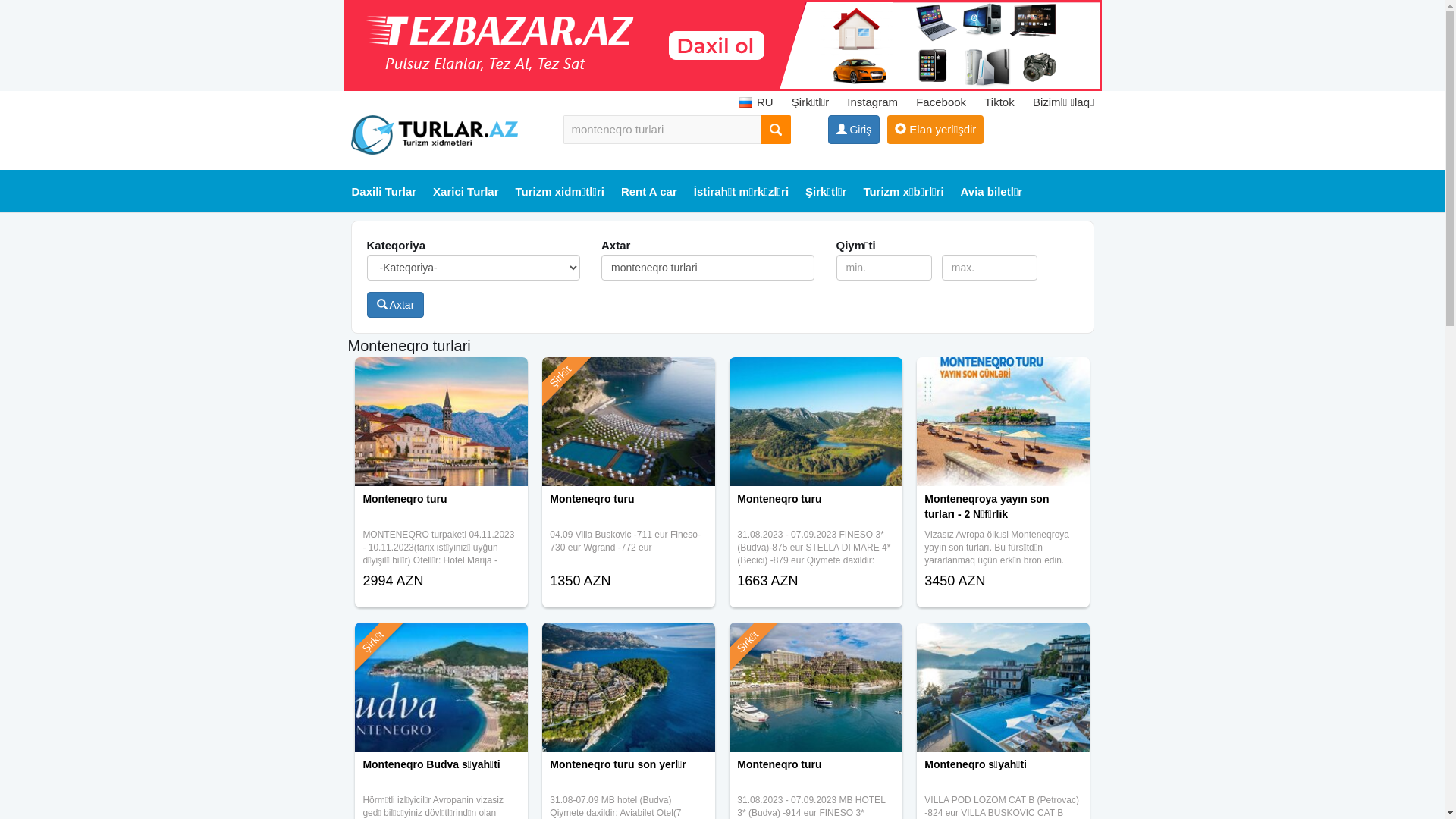 The width and height of the screenshot is (1456, 819). What do you see at coordinates (836, 267) in the screenshot?
I see `'min.'` at bounding box center [836, 267].